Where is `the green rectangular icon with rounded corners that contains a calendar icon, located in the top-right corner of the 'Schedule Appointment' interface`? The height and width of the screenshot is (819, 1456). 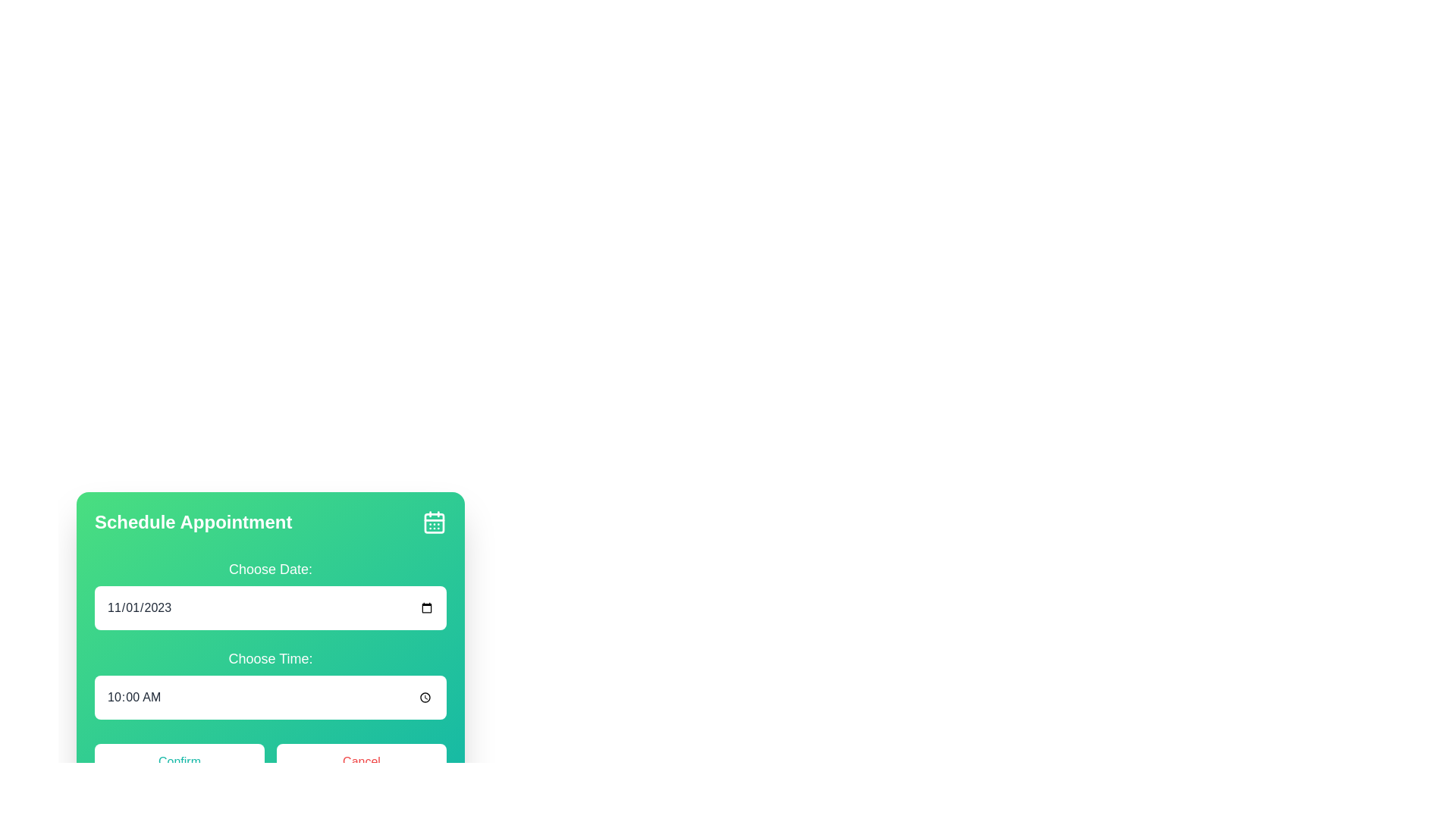 the green rectangular icon with rounded corners that contains a calendar icon, located in the top-right corner of the 'Schedule Appointment' interface is located at coordinates (433, 522).